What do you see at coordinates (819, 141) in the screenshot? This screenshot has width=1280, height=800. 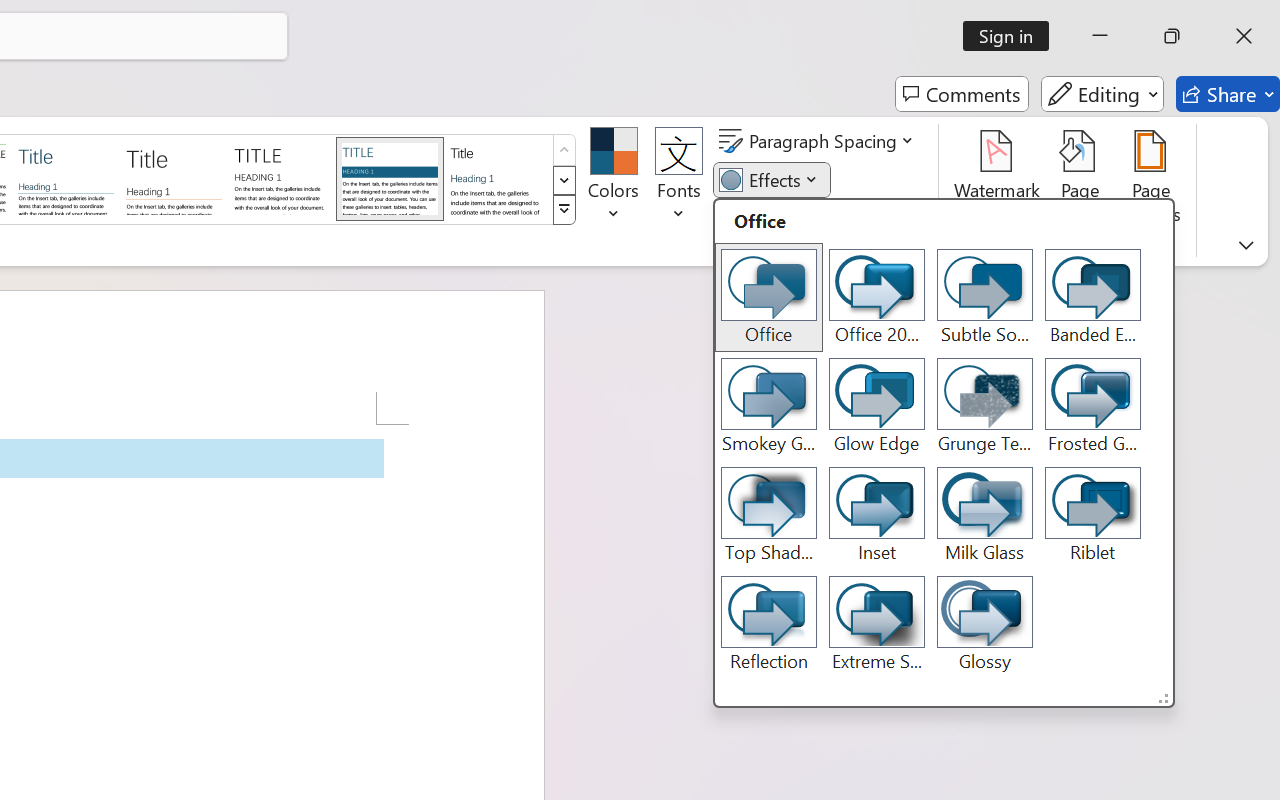 I see `'Paragraph Spacing'` at bounding box center [819, 141].